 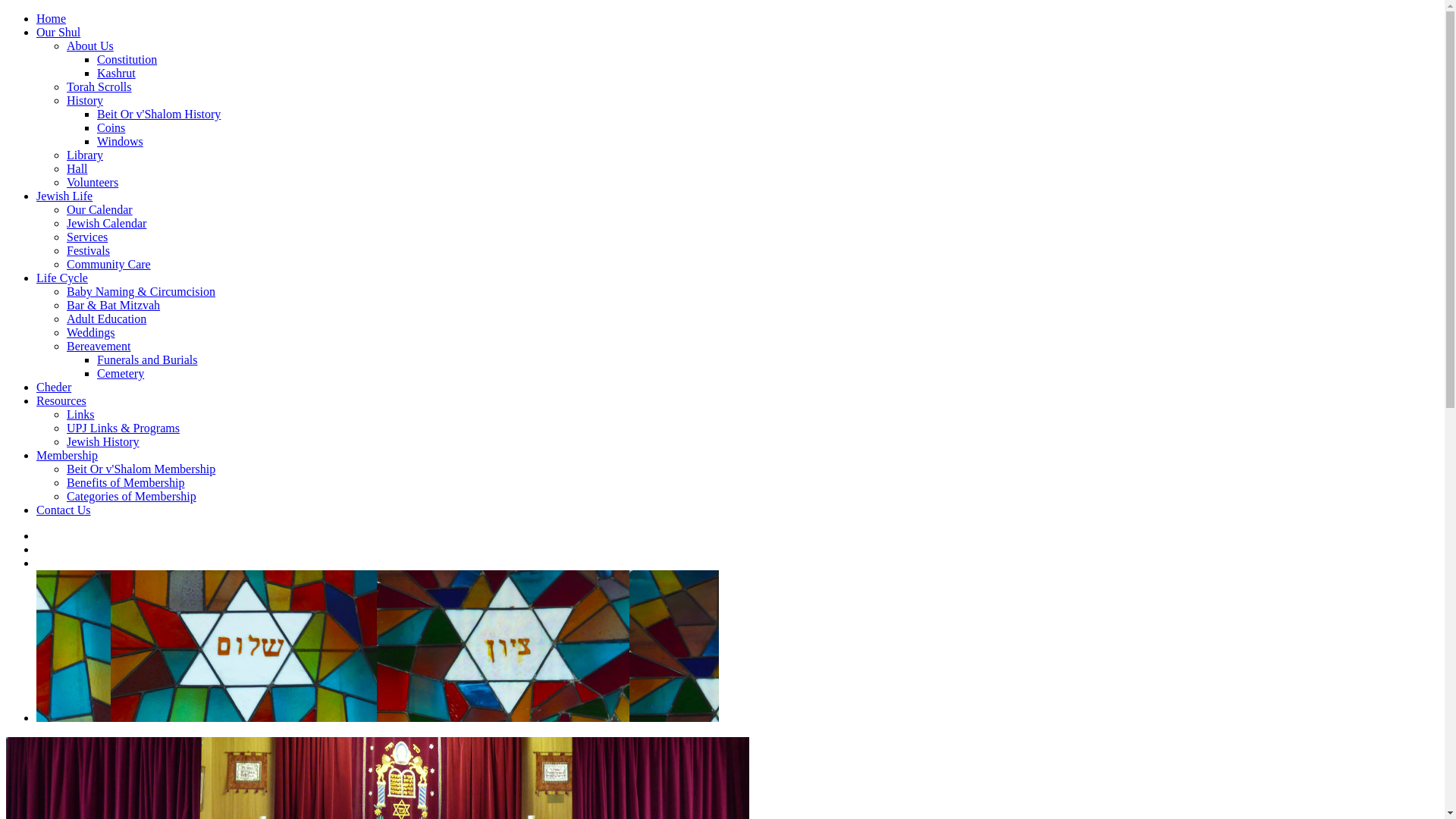 What do you see at coordinates (119, 141) in the screenshot?
I see `'Windows'` at bounding box center [119, 141].